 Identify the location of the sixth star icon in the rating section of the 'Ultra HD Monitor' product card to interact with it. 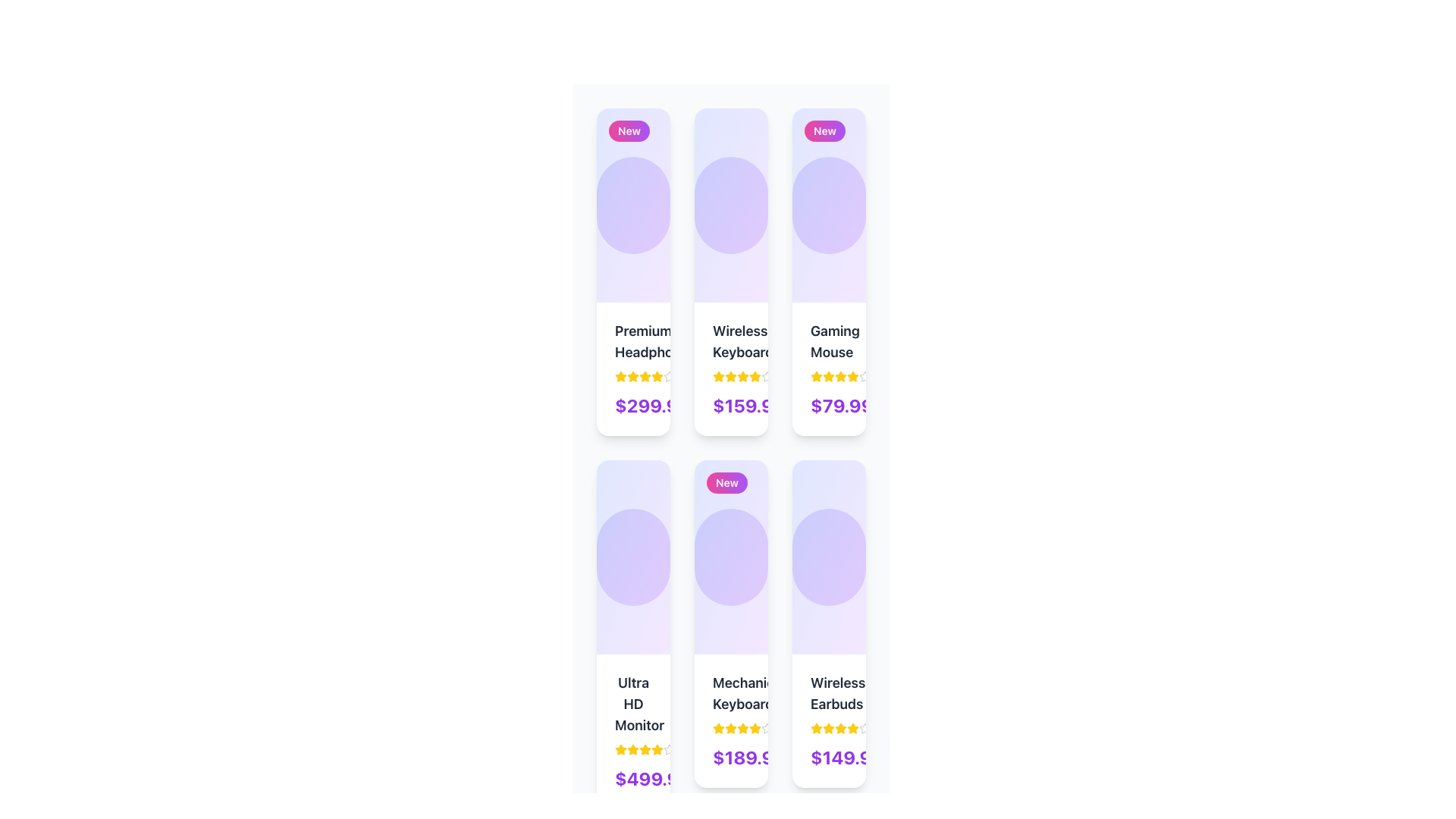
(657, 748).